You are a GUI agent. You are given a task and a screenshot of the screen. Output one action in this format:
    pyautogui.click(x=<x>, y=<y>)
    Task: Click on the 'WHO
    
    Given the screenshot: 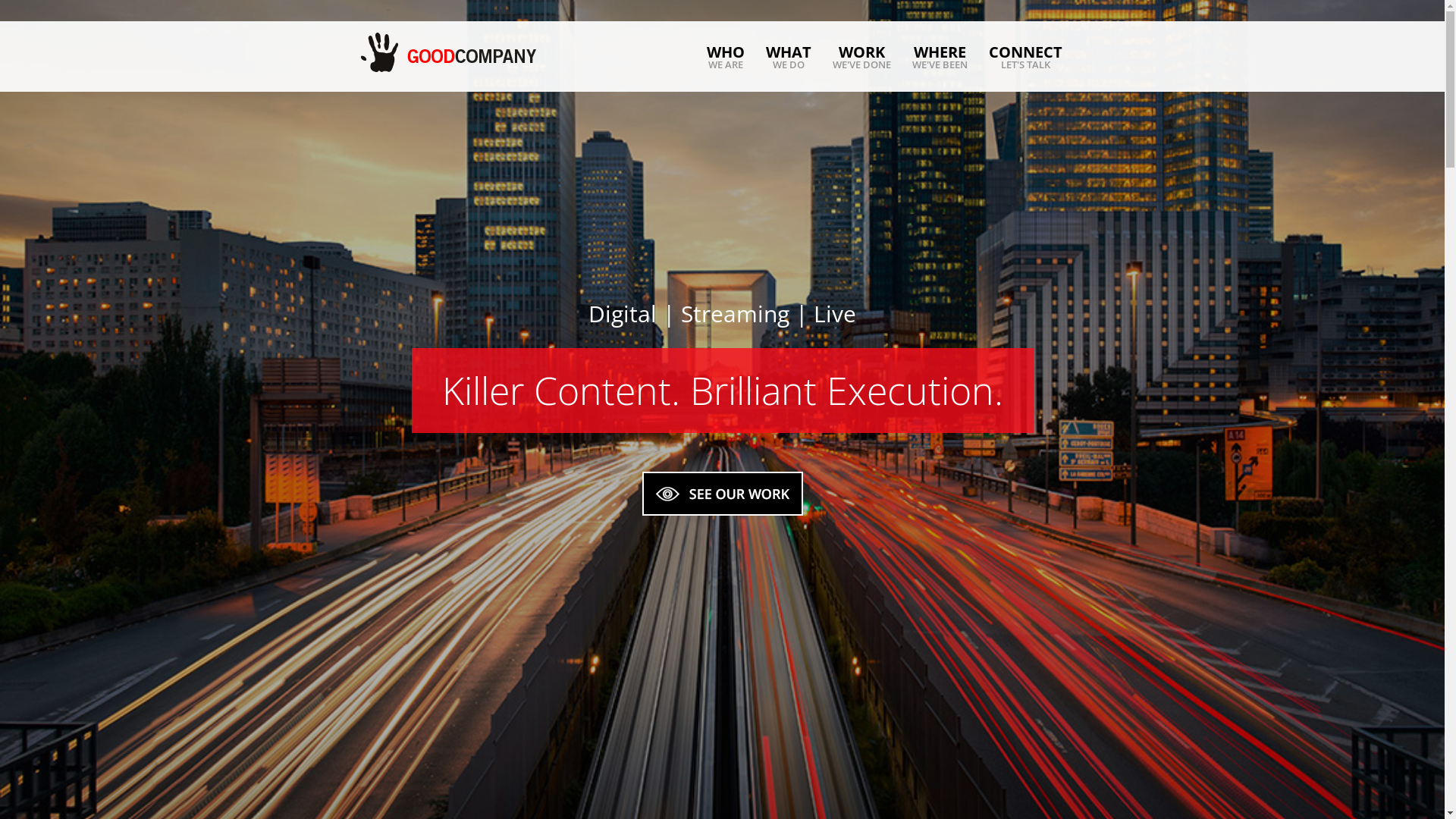 What is the action you would take?
    pyautogui.click(x=724, y=56)
    